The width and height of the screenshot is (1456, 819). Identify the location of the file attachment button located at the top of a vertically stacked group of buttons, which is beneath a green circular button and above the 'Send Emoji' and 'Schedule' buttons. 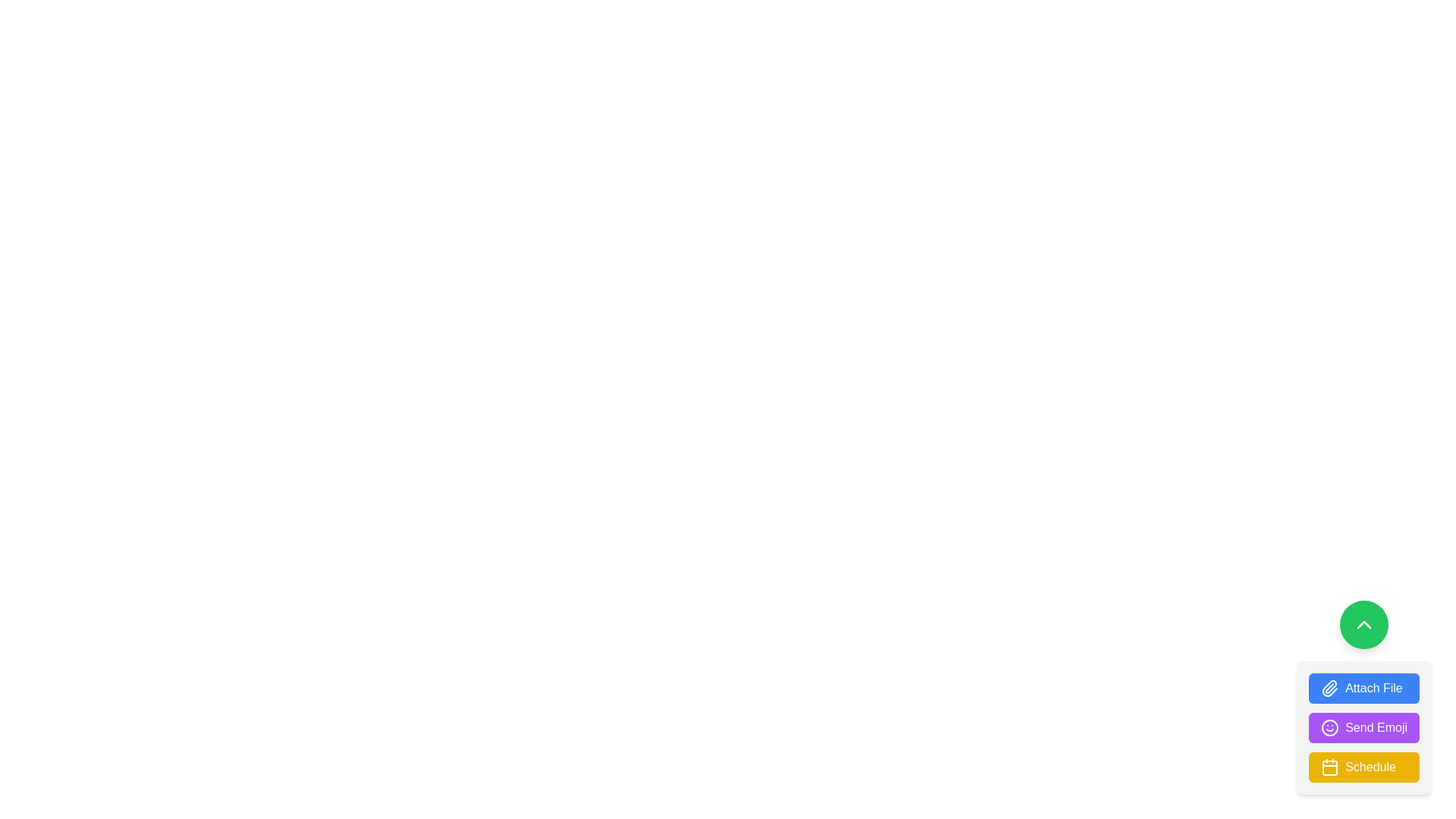
(1364, 688).